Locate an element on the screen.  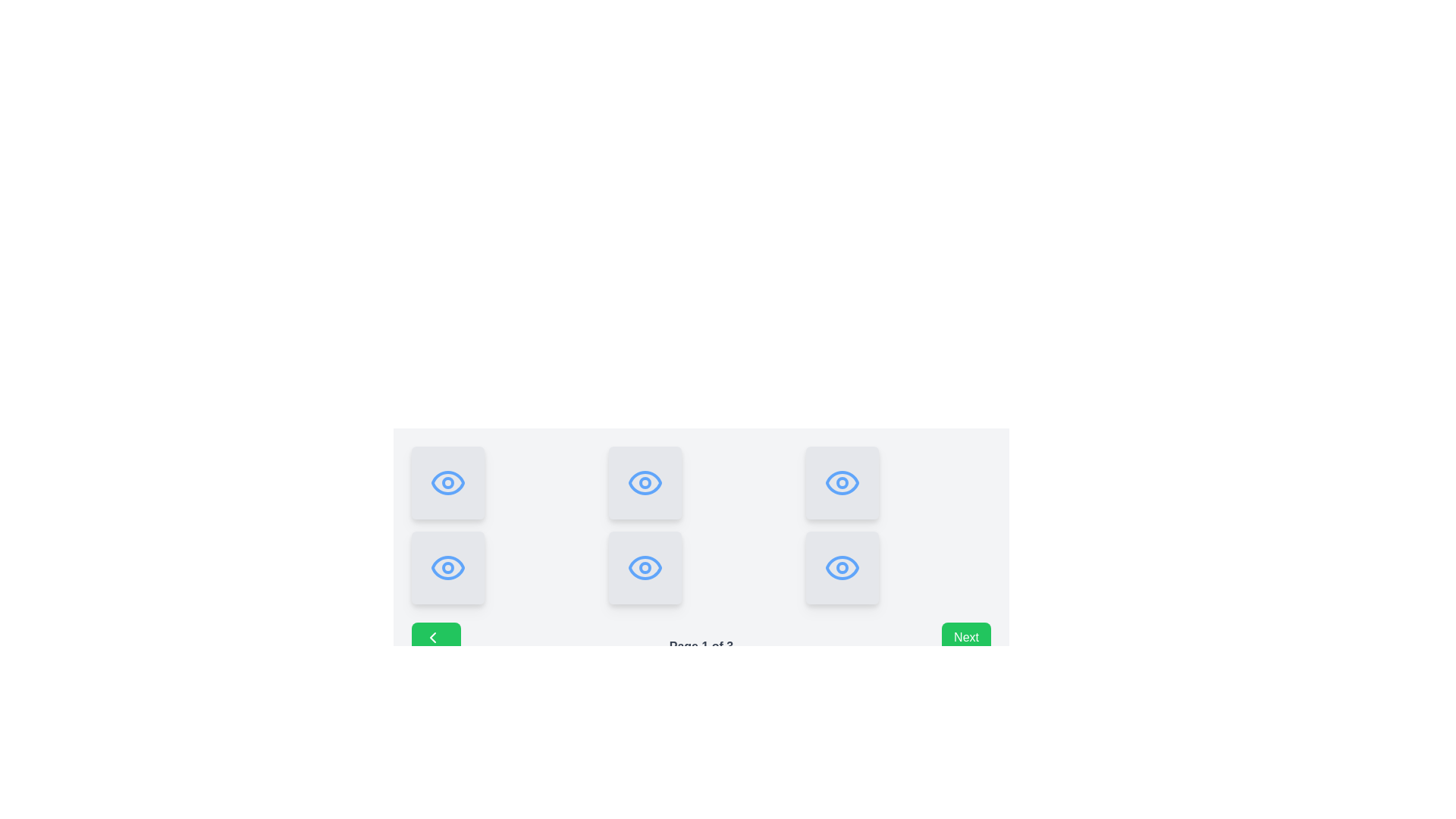
the non-interactive eye icon located in the middle column of the second row in a grid of eye icons is located at coordinates (645, 567).